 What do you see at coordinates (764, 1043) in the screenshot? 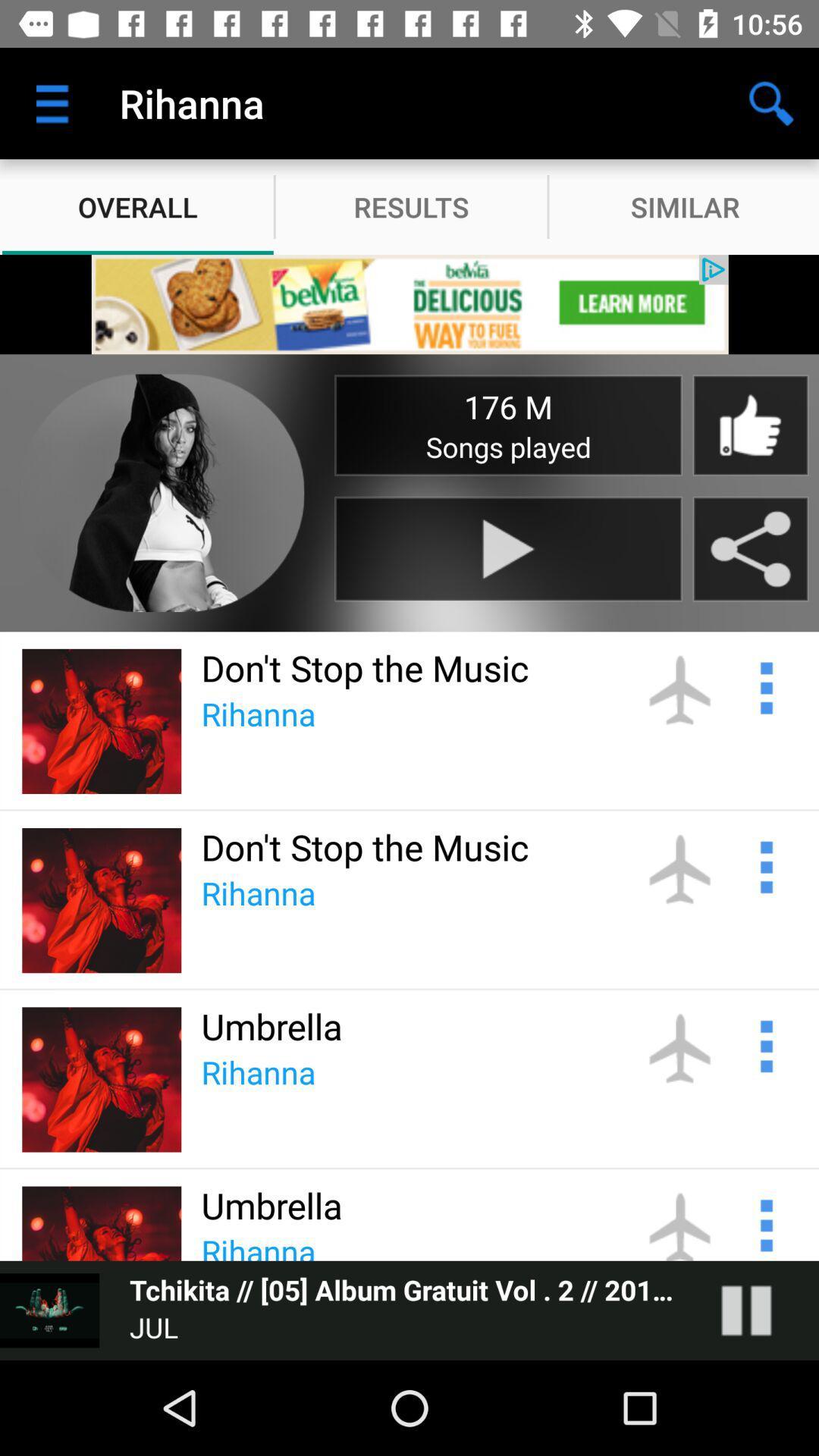
I see `menu` at bounding box center [764, 1043].